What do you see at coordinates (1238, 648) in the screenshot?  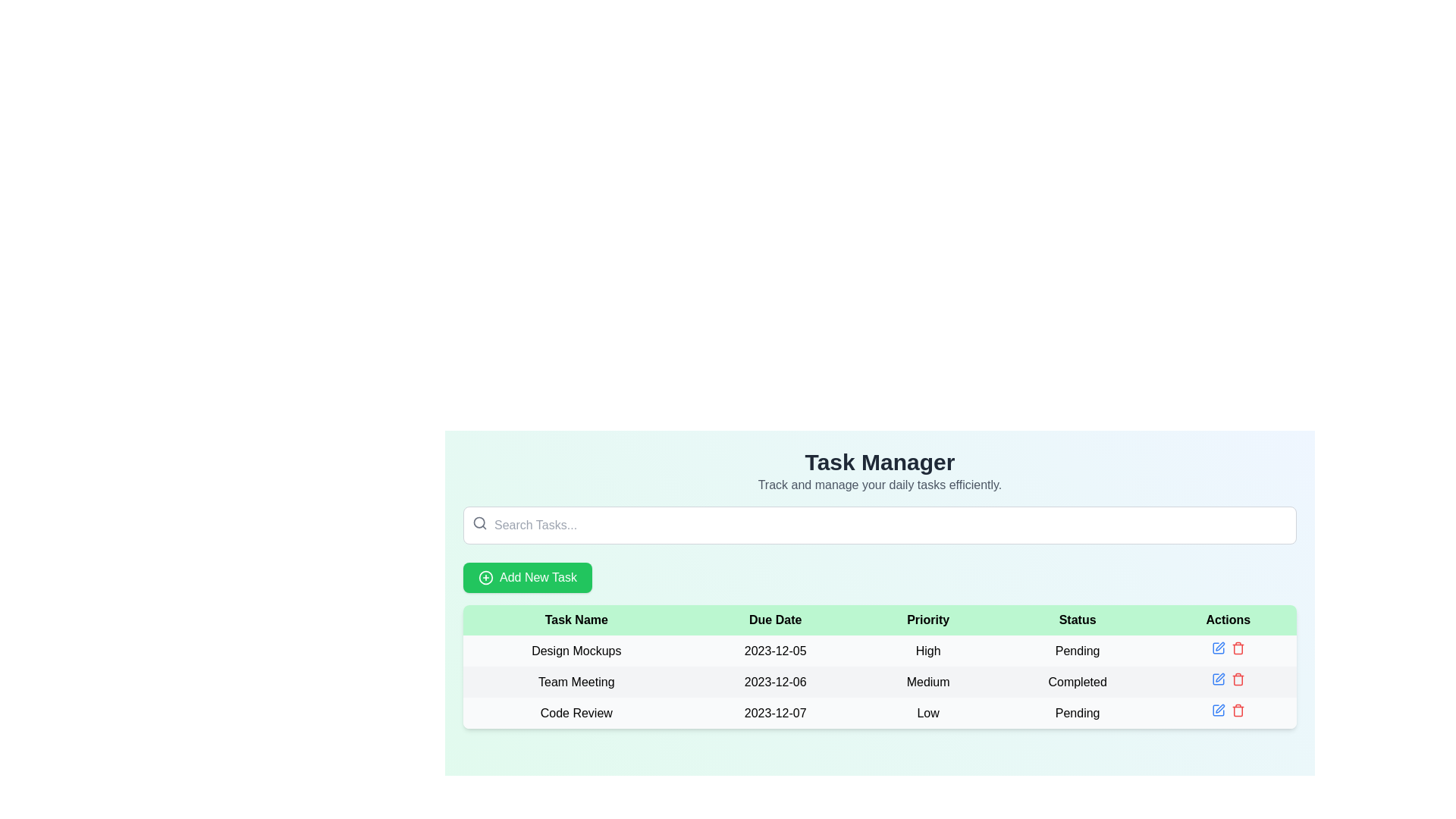 I see `the red trash icon button located` at bounding box center [1238, 648].